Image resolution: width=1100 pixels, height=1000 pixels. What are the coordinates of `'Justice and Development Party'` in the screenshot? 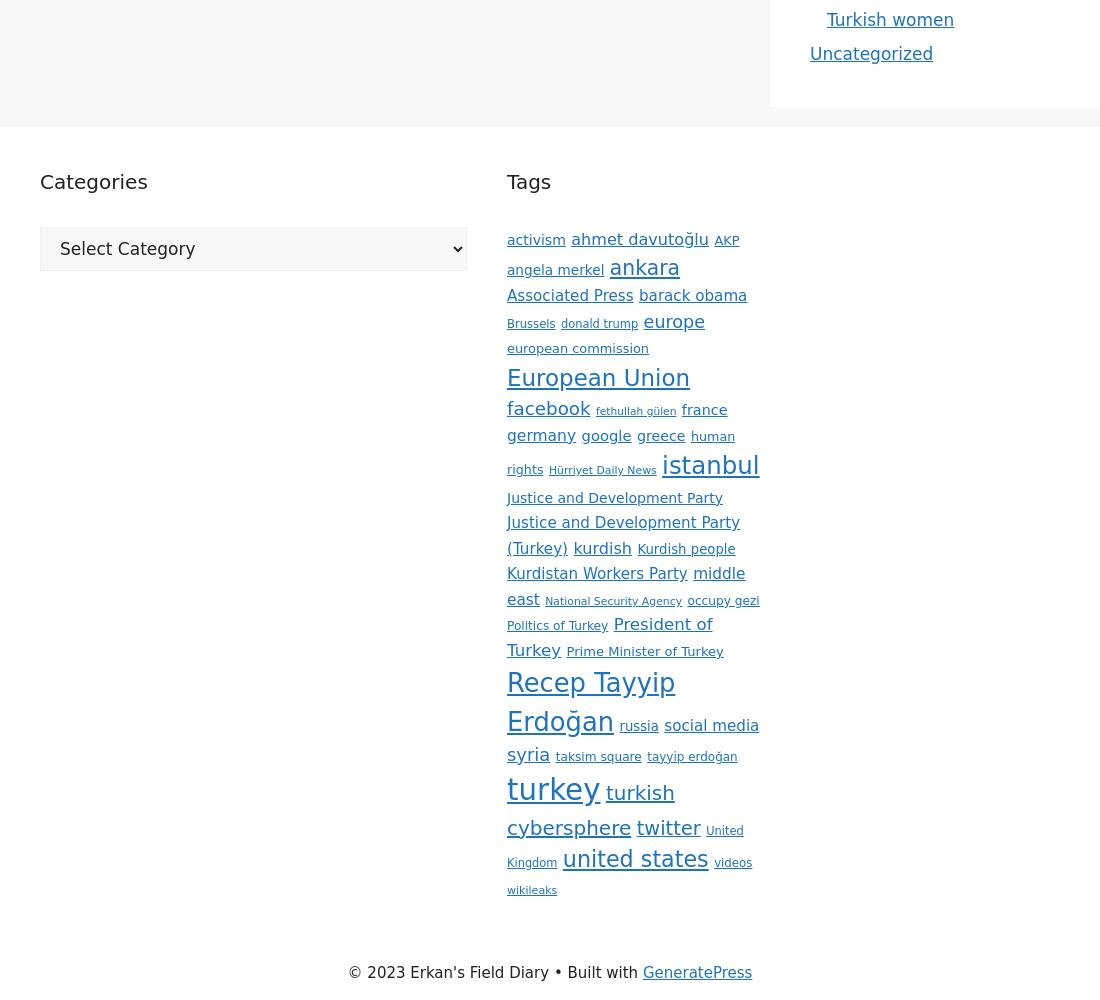 It's located at (614, 496).